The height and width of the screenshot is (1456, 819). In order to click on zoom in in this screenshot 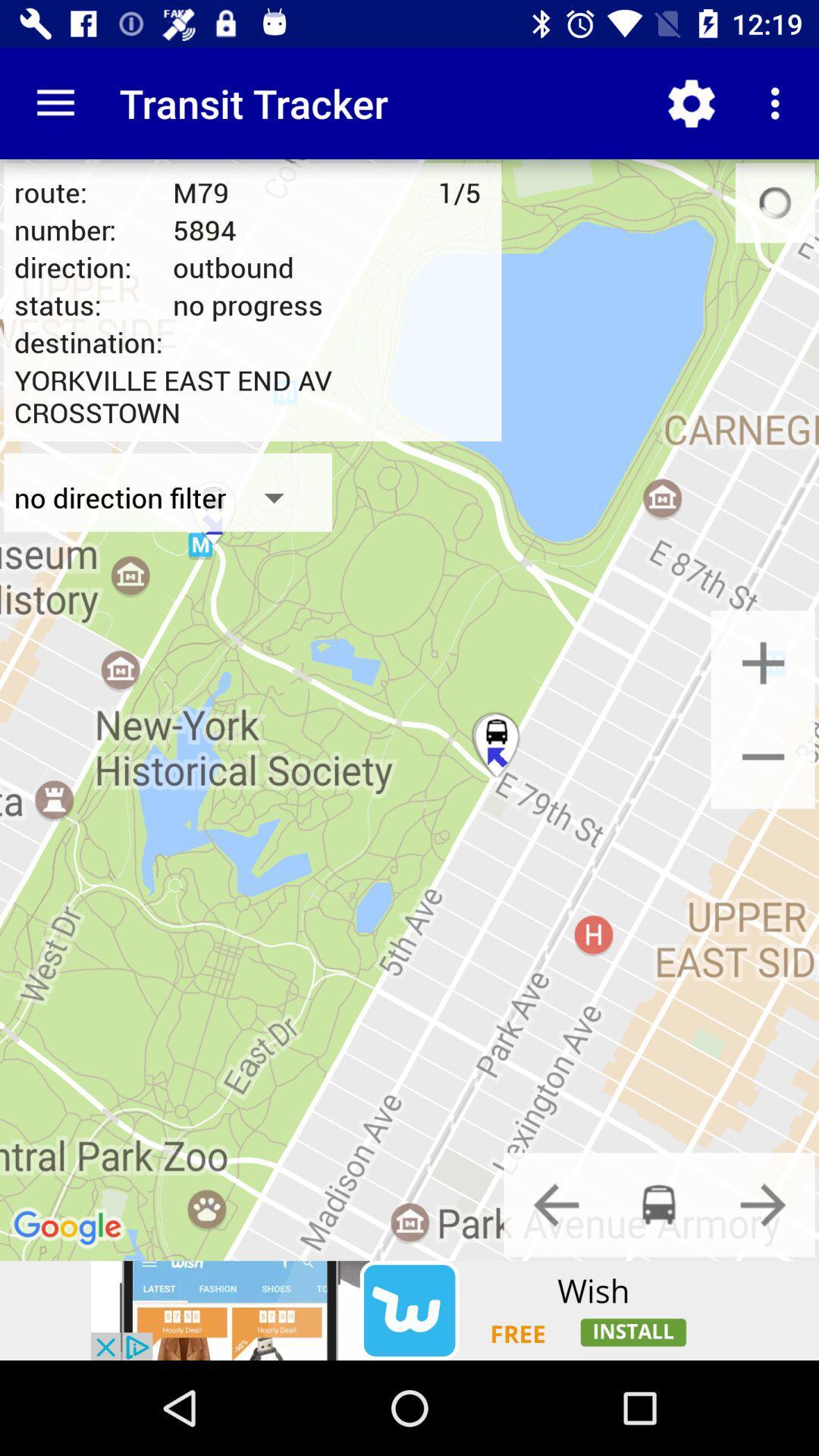, I will do `click(763, 663)`.